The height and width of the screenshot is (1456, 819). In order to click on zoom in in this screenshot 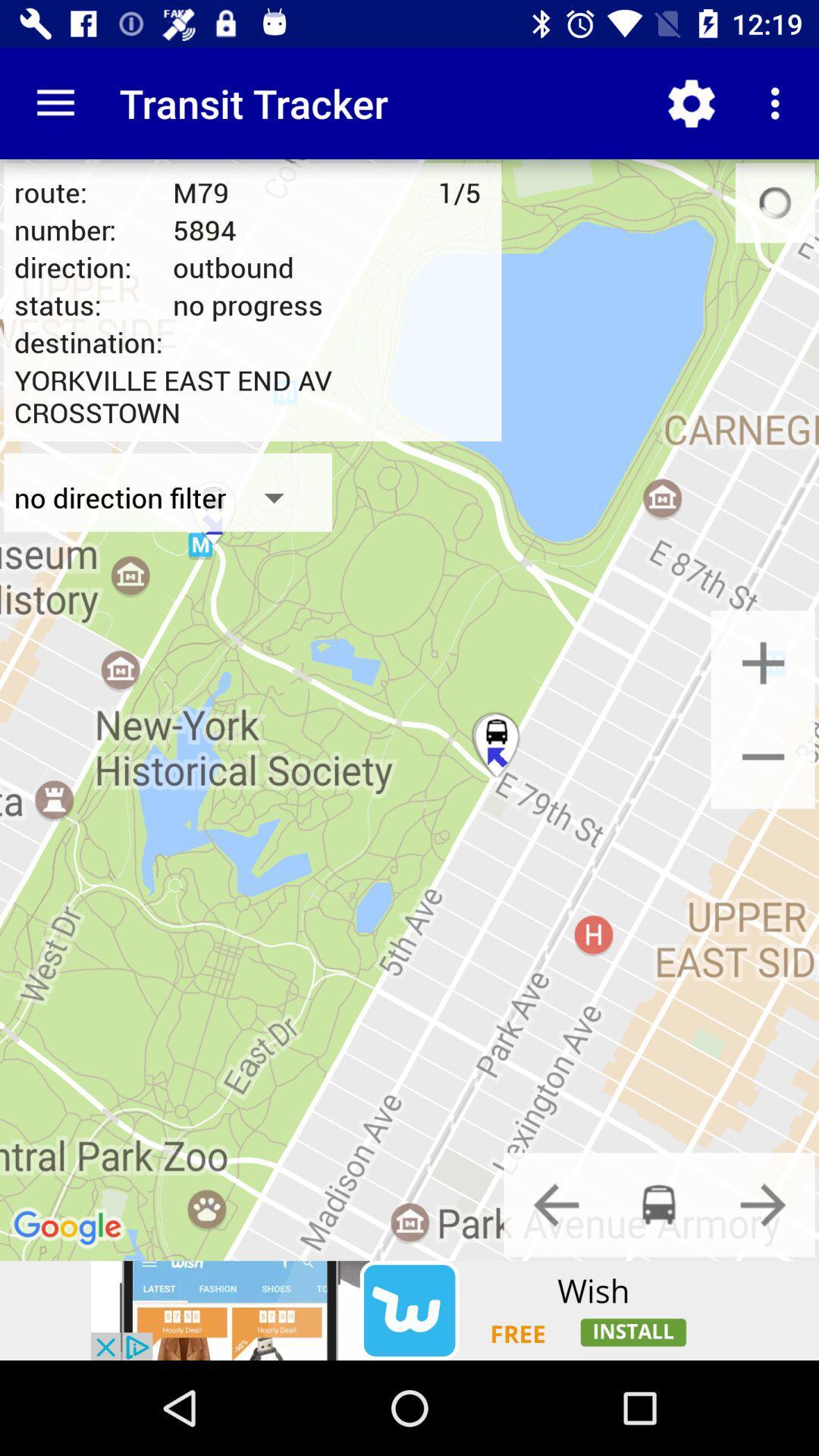, I will do `click(763, 663)`.